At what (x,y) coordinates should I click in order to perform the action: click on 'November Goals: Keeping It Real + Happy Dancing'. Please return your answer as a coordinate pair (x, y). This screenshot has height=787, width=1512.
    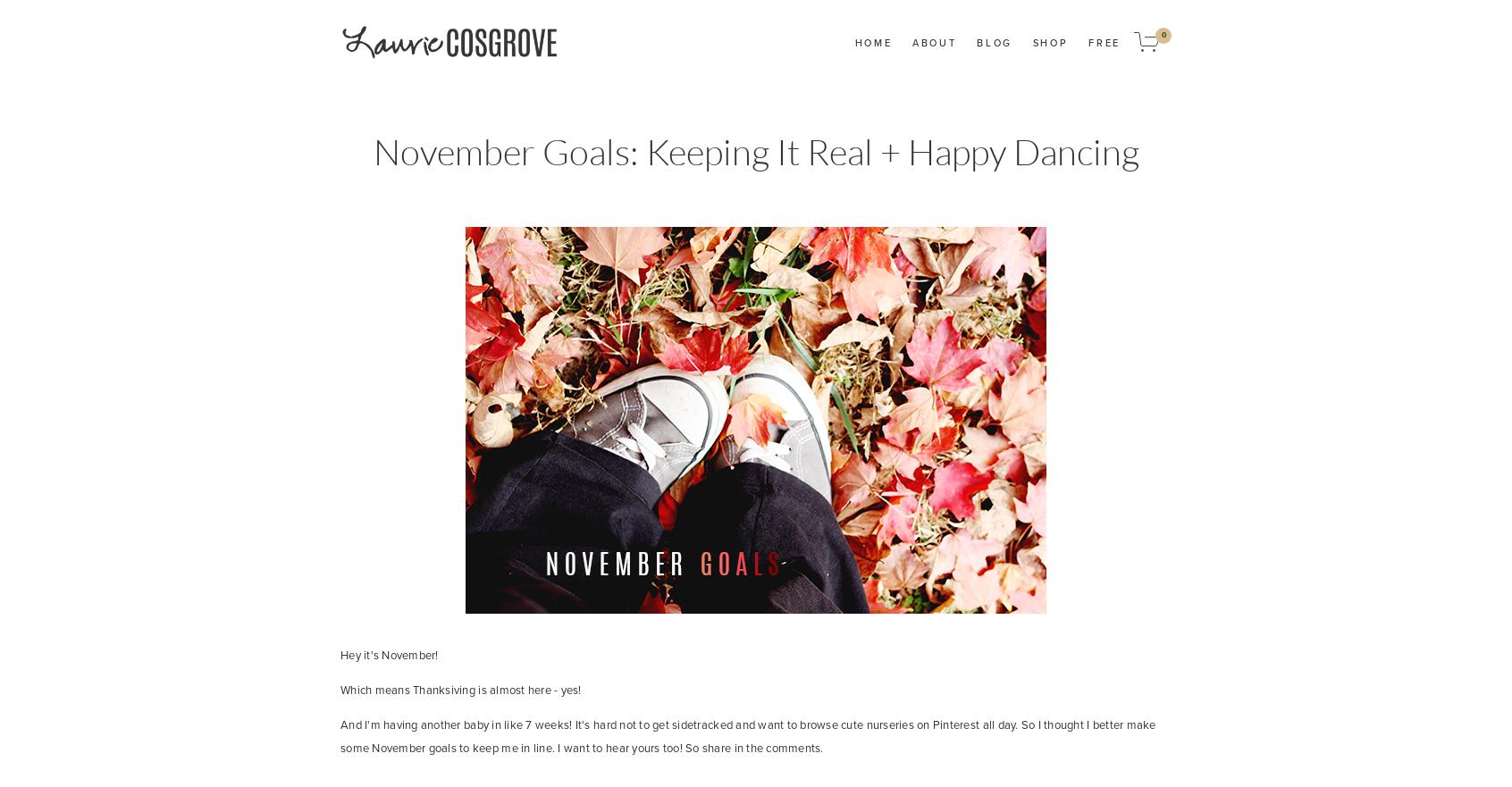
    Looking at the image, I should click on (755, 150).